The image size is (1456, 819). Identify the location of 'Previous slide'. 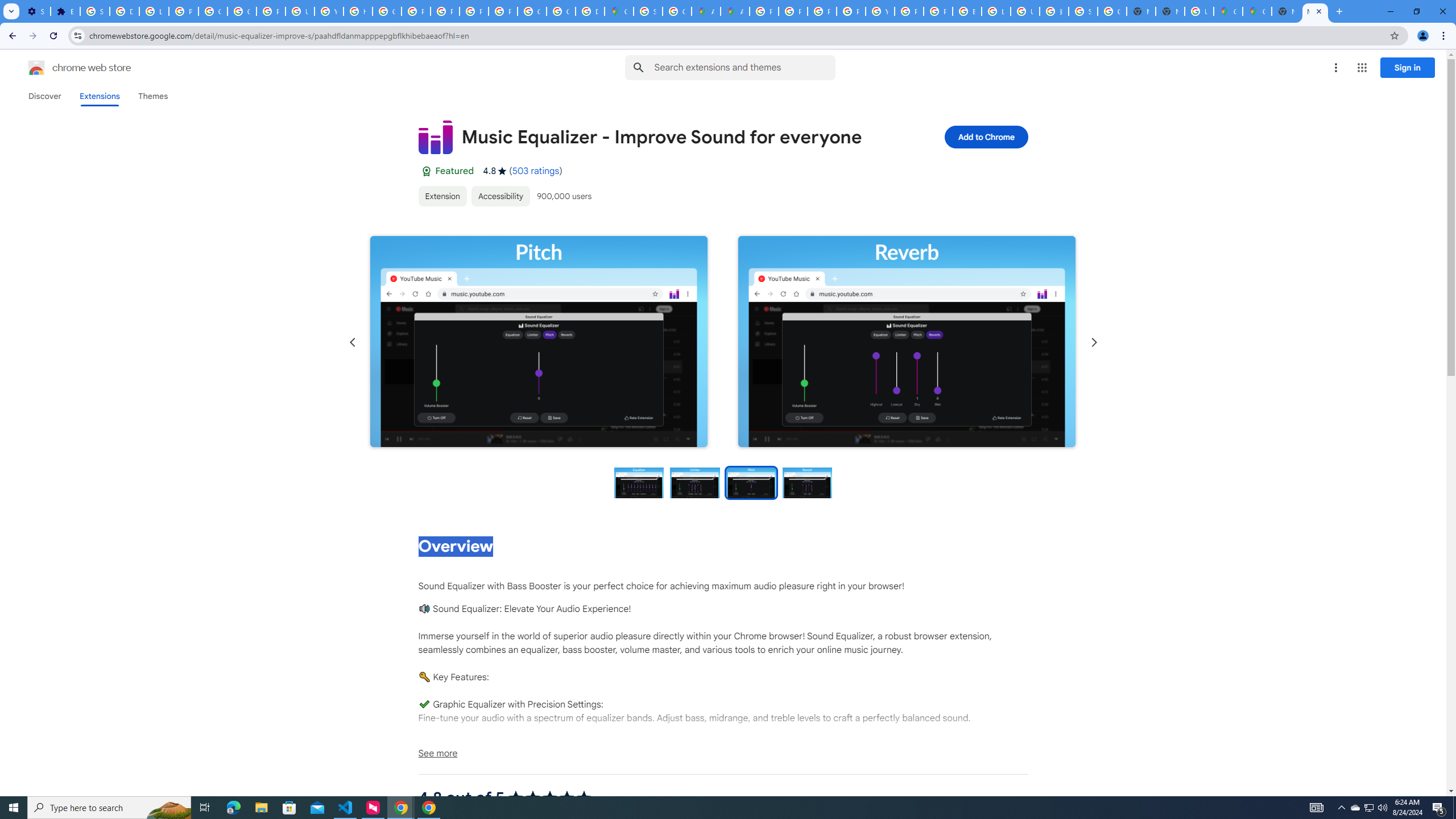
(352, 342).